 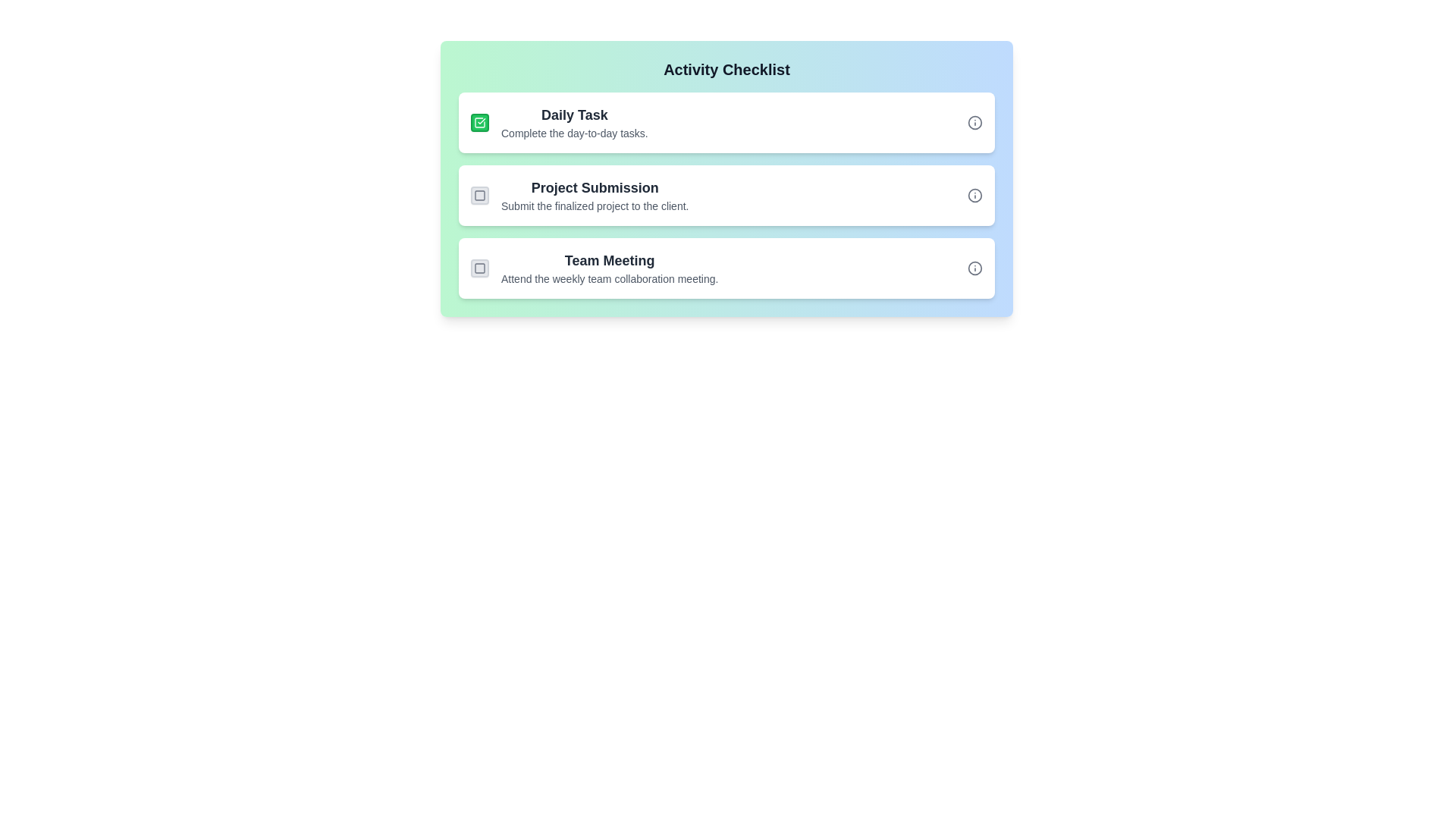 What do you see at coordinates (975, 195) in the screenshot?
I see `the SVG Circle element with a radius of 10 pixels, located to the right of the 'Project Submission' checklist item` at bounding box center [975, 195].